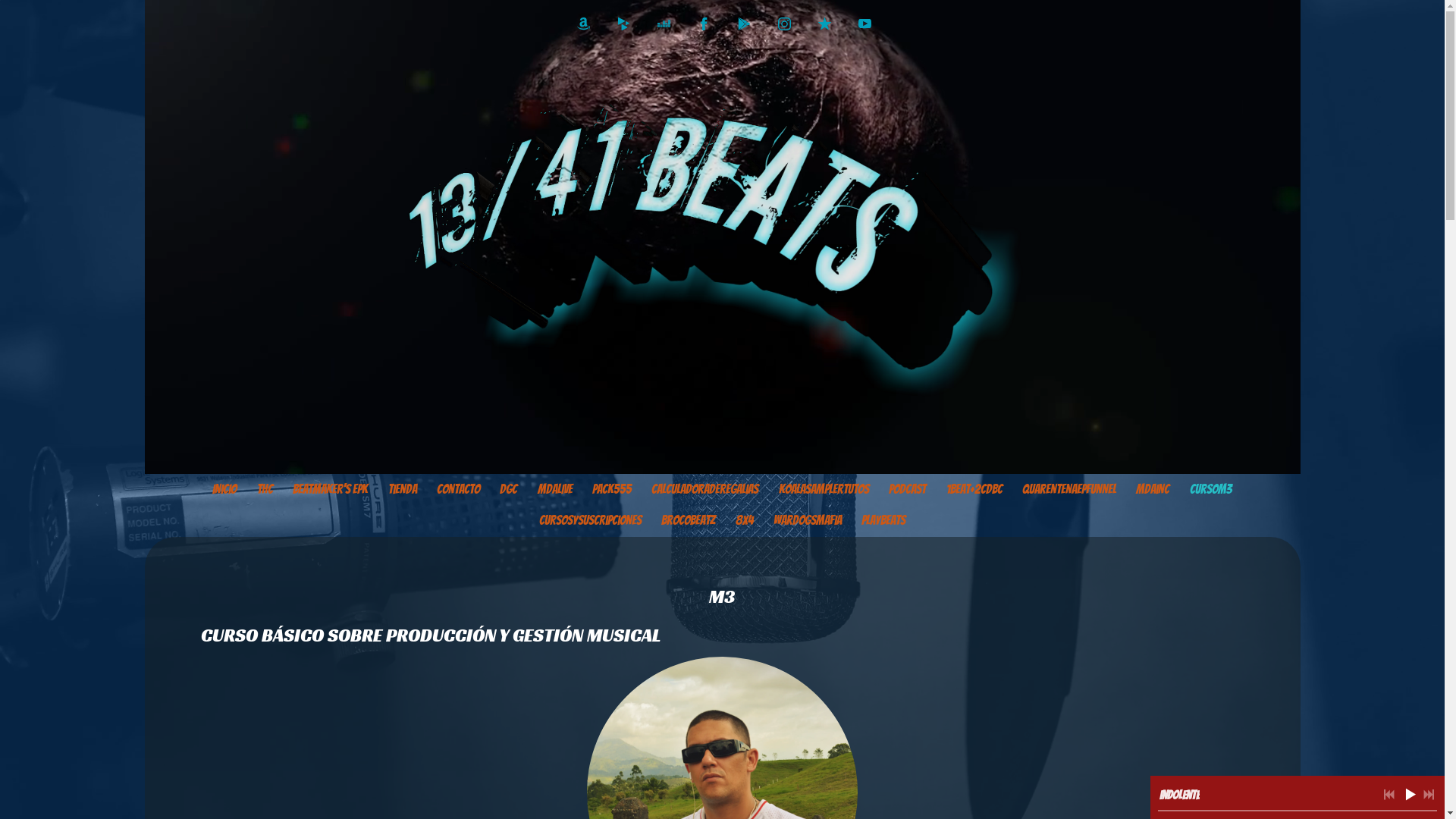  What do you see at coordinates (778, 24) in the screenshot?
I see `'http://instagram.com/kabstermda'` at bounding box center [778, 24].